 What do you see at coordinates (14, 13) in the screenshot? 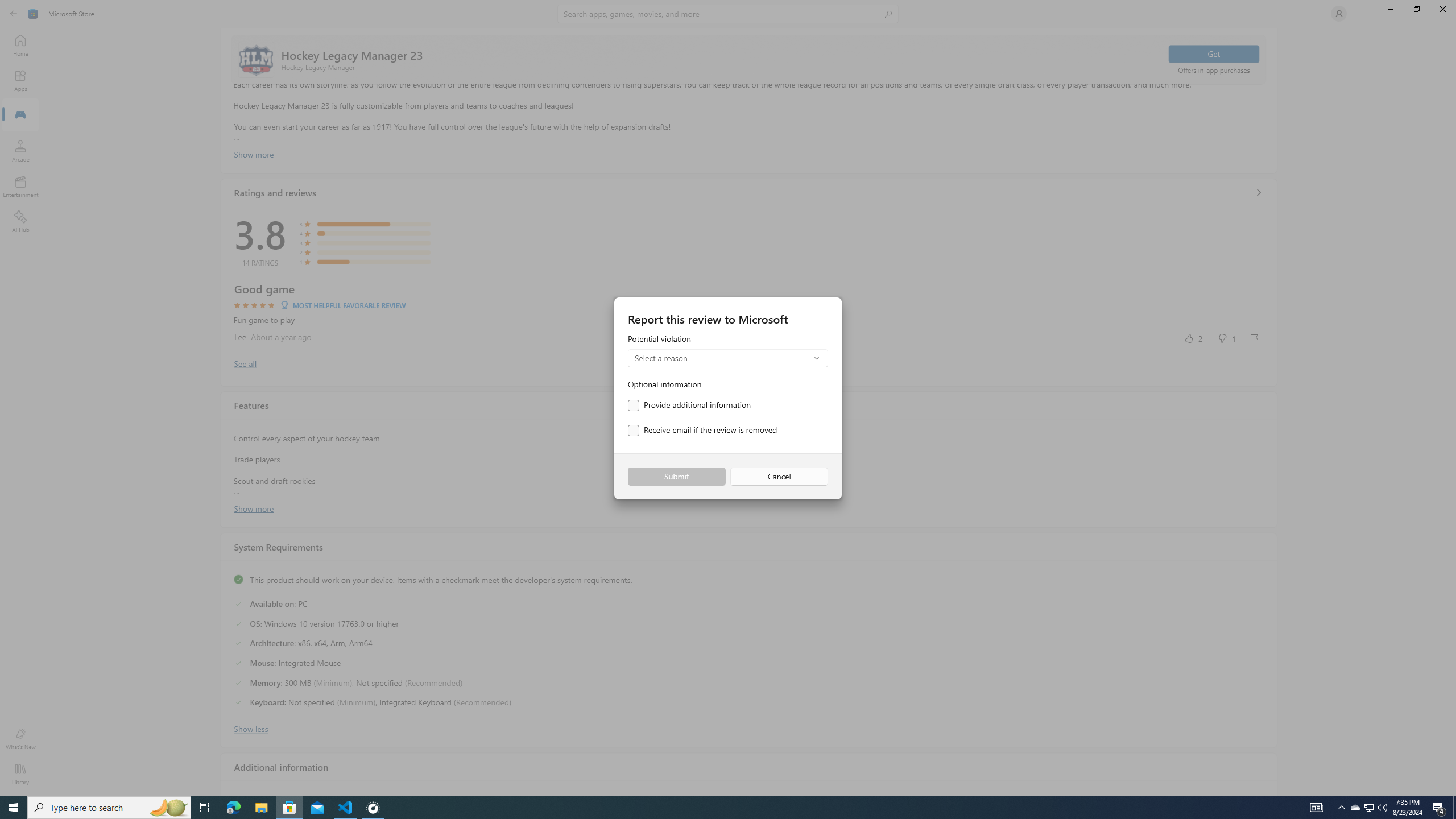
I see `'Back'` at bounding box center [14, 13].